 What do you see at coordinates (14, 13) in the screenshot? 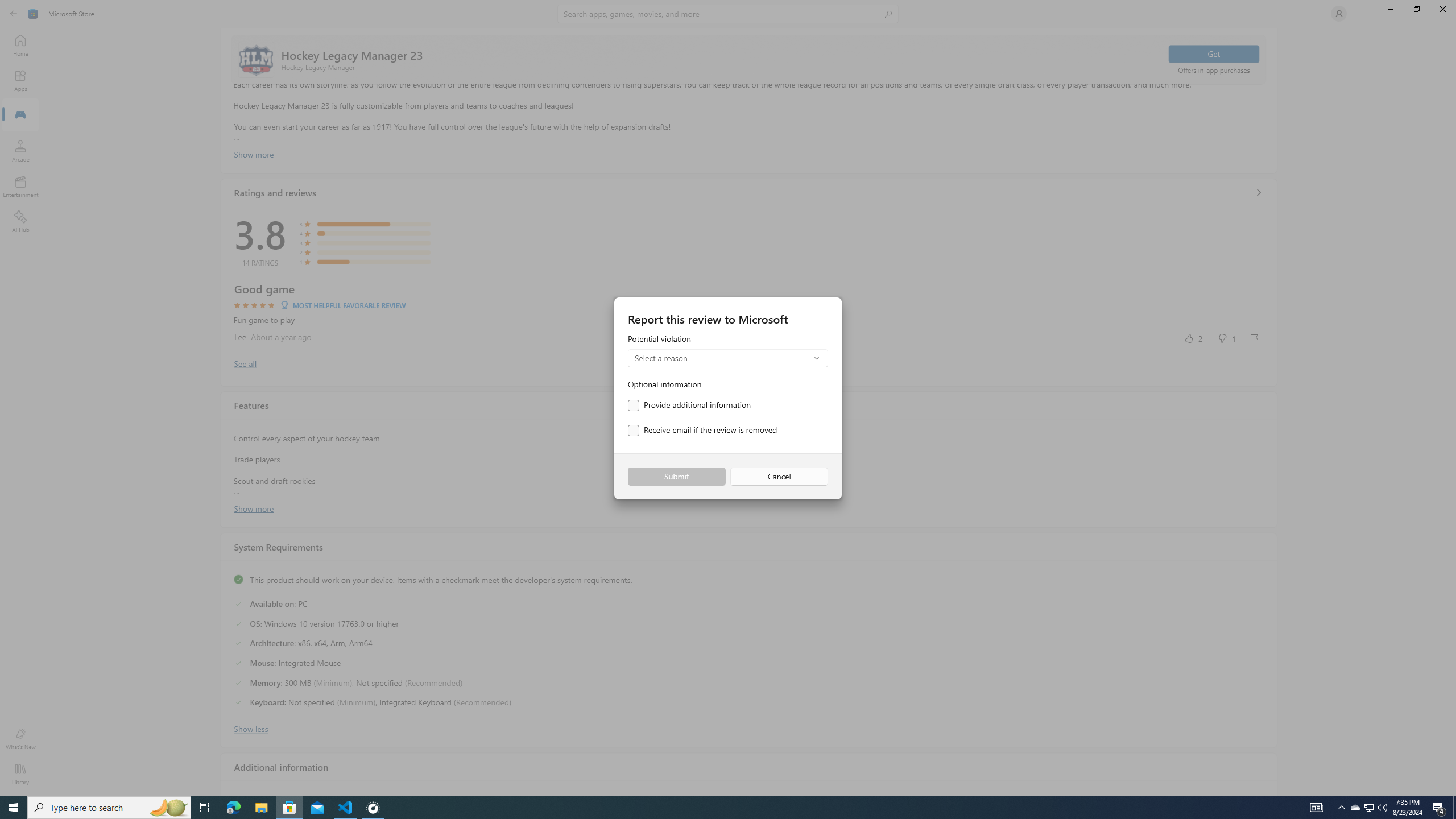
I see `'Back'` at bounding box center [14, 13].